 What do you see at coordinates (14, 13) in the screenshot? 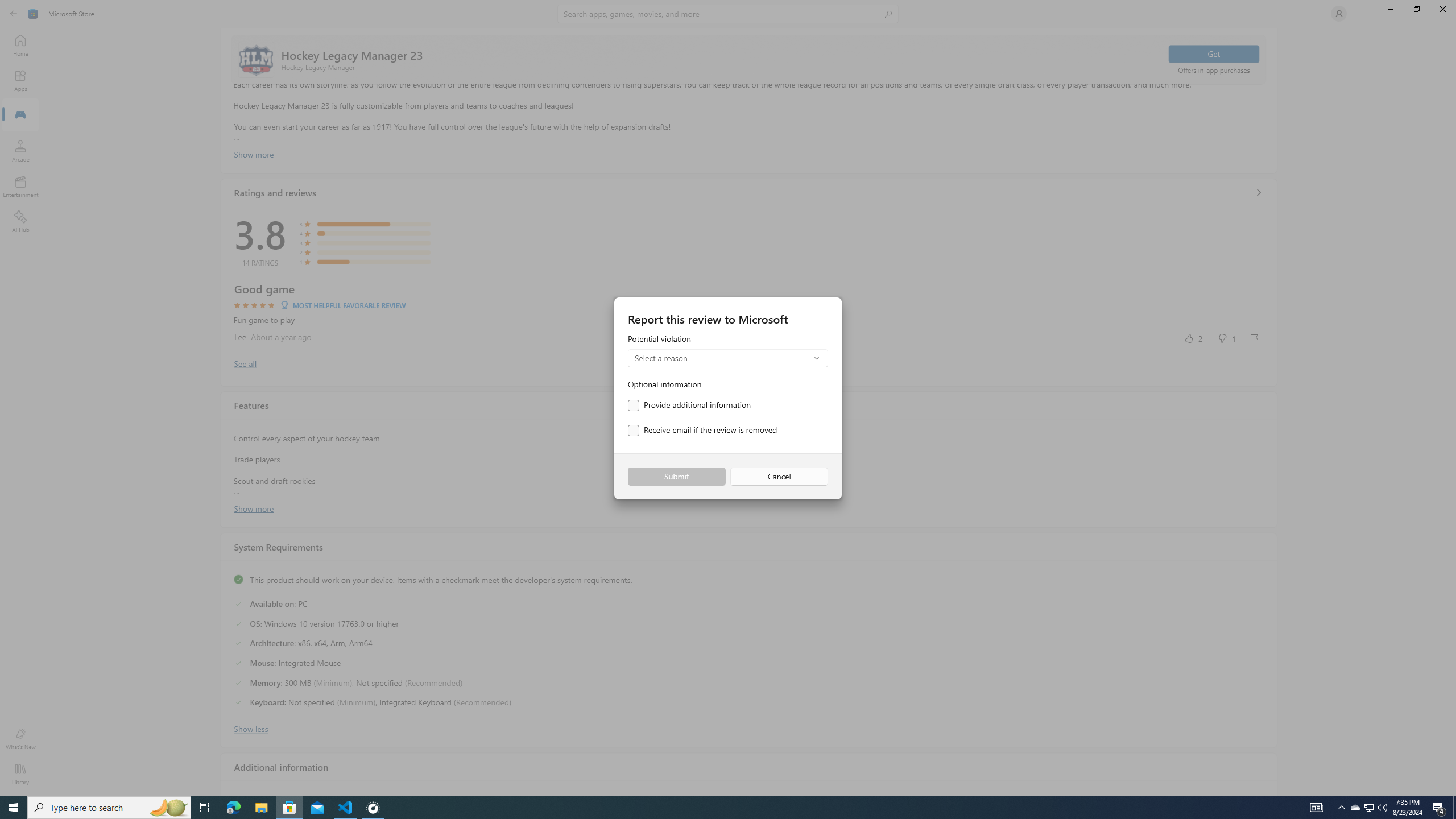
I see `'Back'` at bounding box center [14, 13].